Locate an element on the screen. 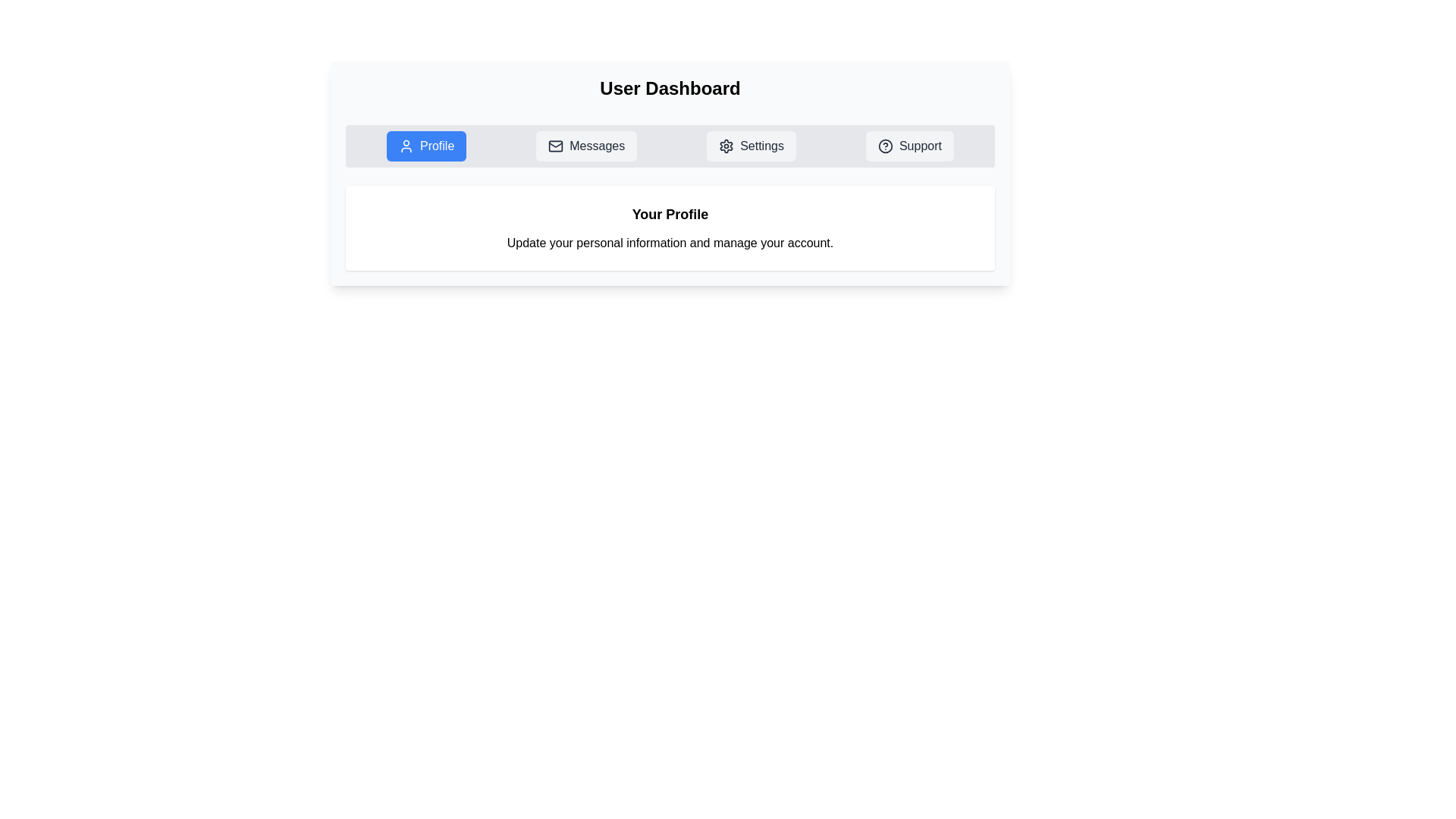  the 'Settings' button, which has a light gray background and a gear icon, located between the 'Messages' and 'Support' buttons is located at coordinates (752, 146).